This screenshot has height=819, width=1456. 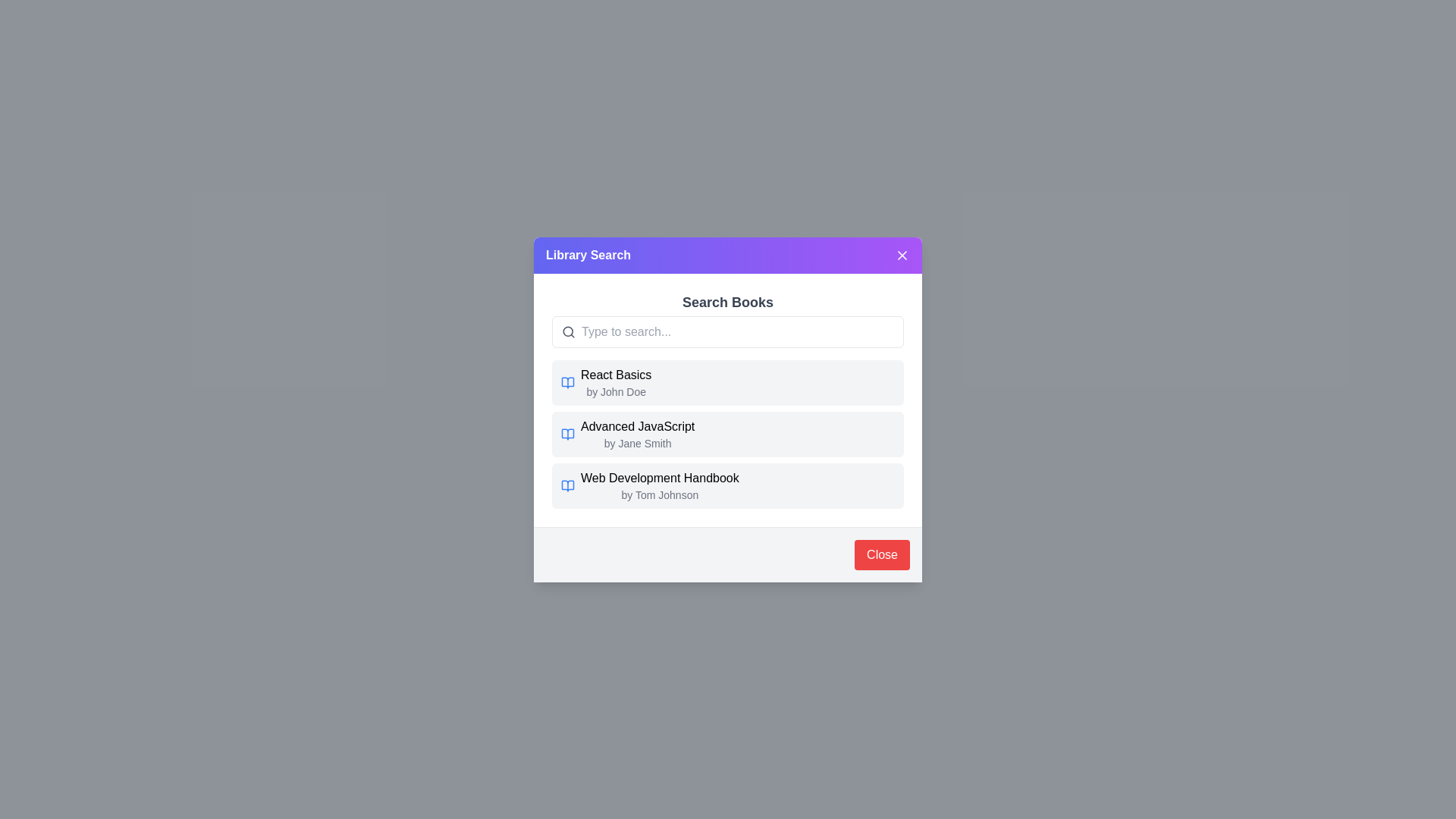 What do you see at coordinates (660, 485) in the screenshot?
I see `displayed text of the Text element that shows 'Web Development Handbook' by Tom Johnson, located in the third row of book entries in the modal dialog` at bounding box center [660, 485].